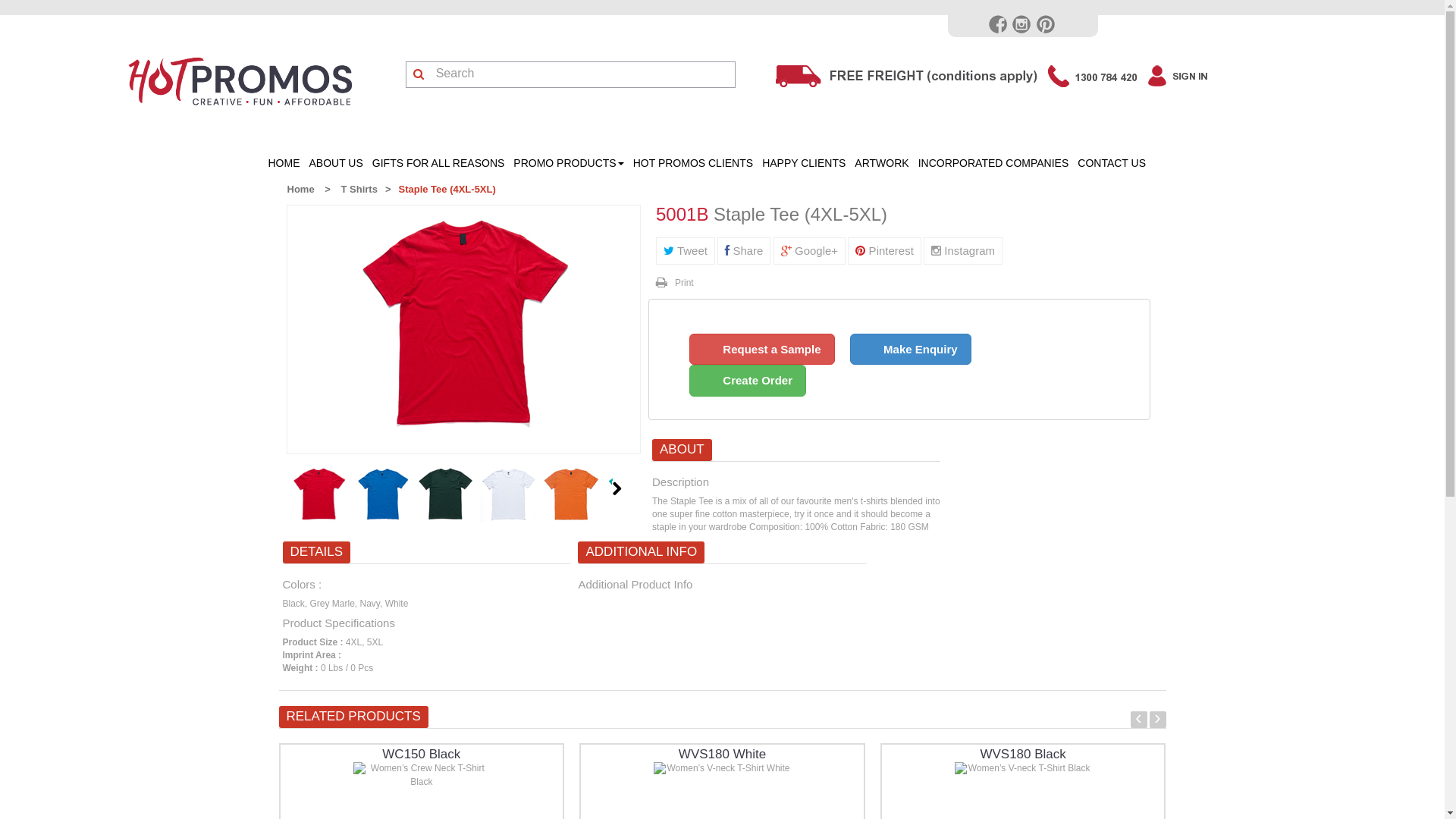 The width and height of the screenshot is (1456, 819). Describe the element at coordinates (850, 163) in the screenshot. I see `'ARTWORK'` at that location.